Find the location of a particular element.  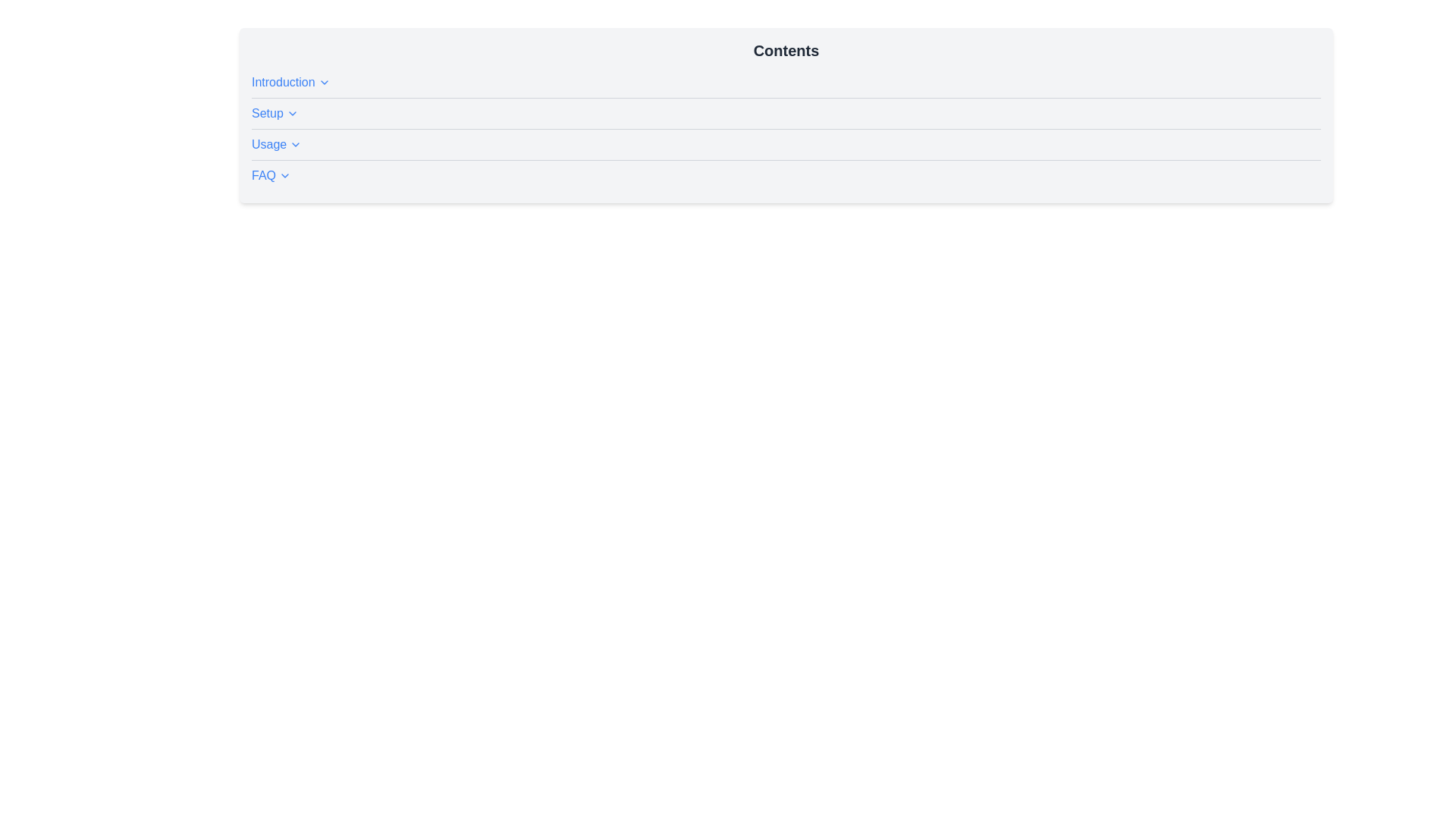

the small downward arrow icon positioned to the right of the 'FAQ' text is located at coordinates (284, 174).